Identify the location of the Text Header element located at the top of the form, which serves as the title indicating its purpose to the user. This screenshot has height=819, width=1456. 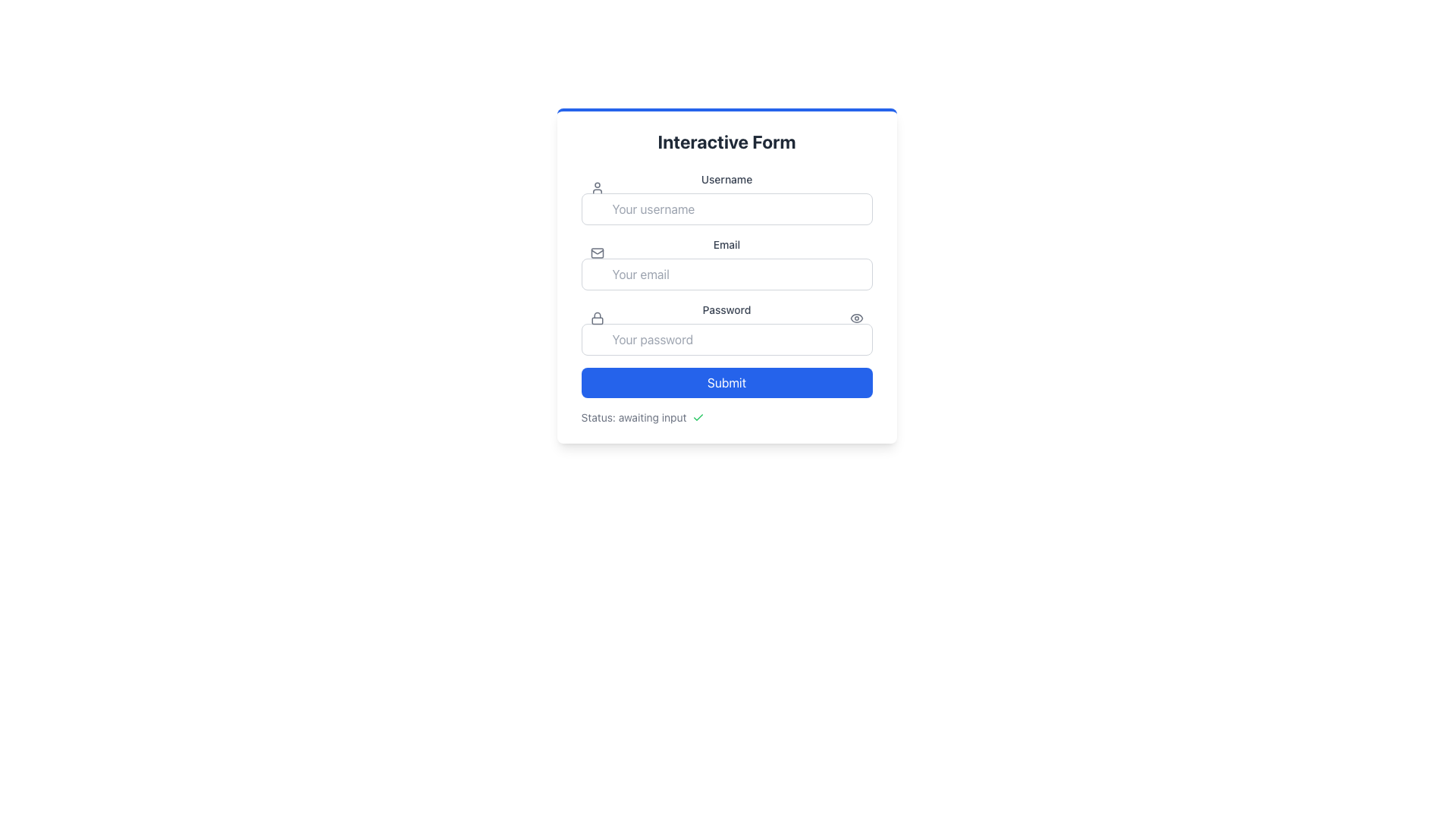
(726, 141).